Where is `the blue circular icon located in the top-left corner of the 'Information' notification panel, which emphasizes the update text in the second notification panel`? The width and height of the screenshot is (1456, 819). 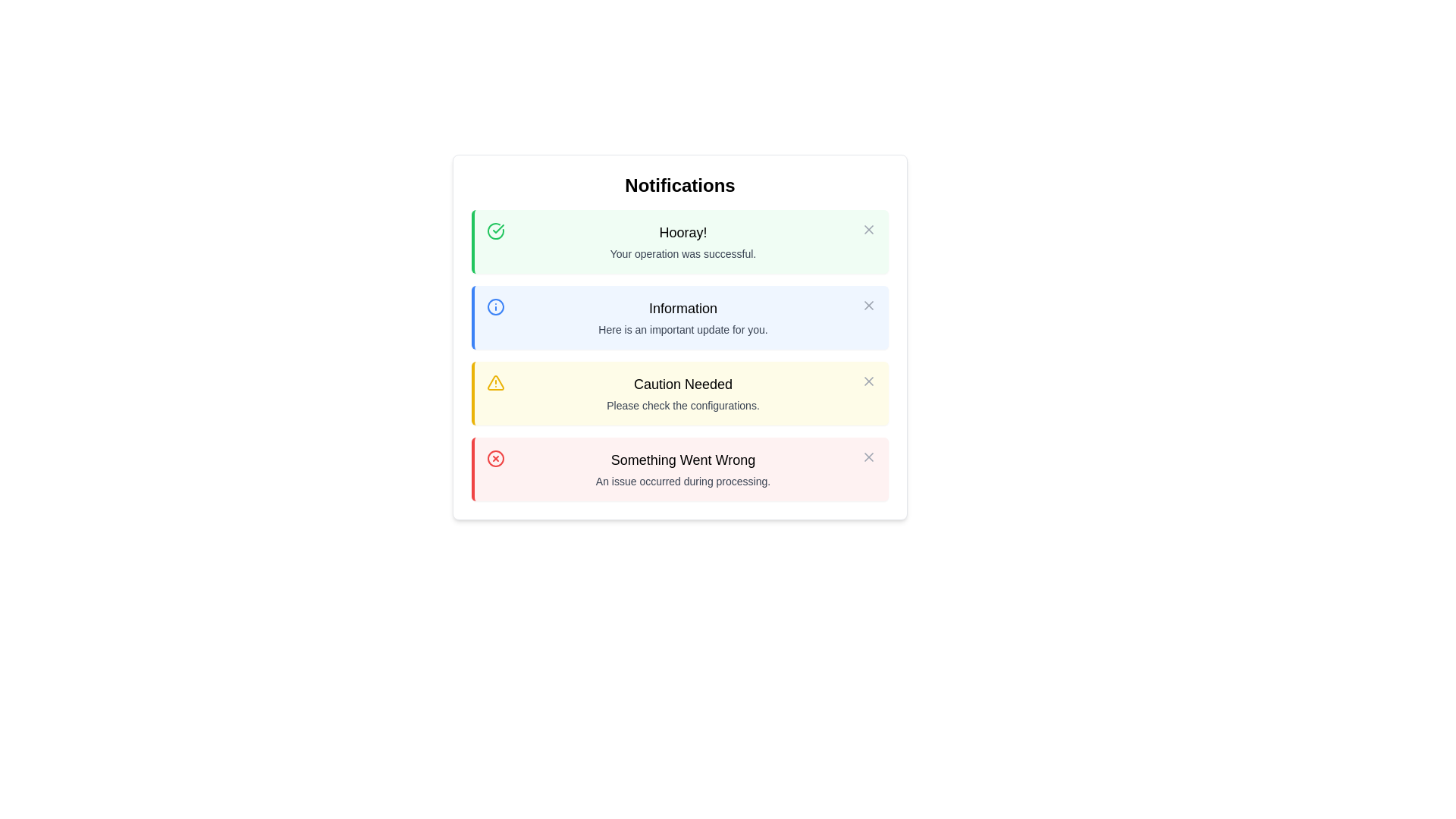
the blue circular icon located in the top-left corner of the 'Information' notification panel, which emphasizes the update text in the second notification panel is located at coordinates (495, 307).